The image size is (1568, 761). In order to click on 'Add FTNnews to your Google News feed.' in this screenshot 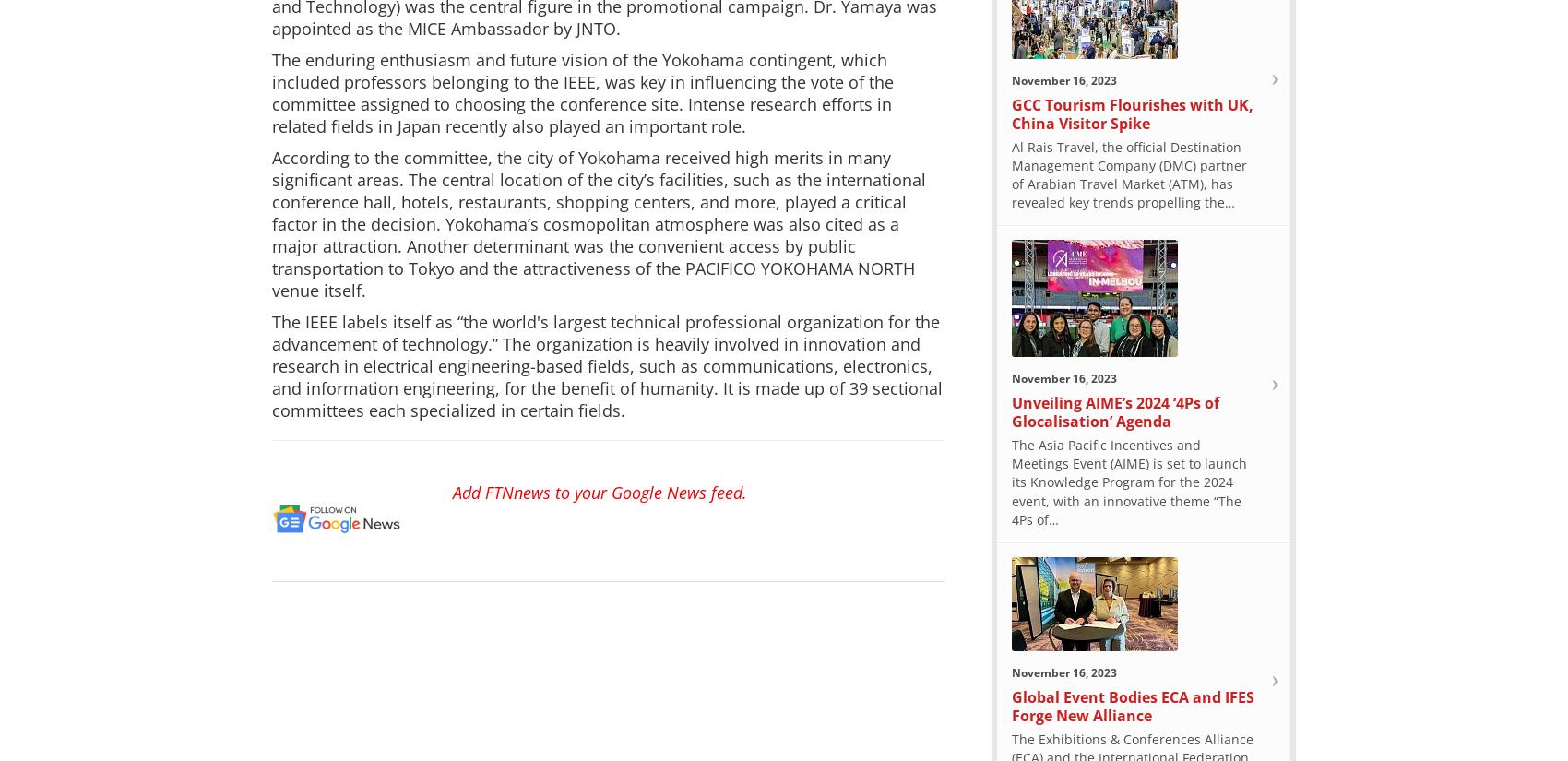, I will do `click(599, 491)`.